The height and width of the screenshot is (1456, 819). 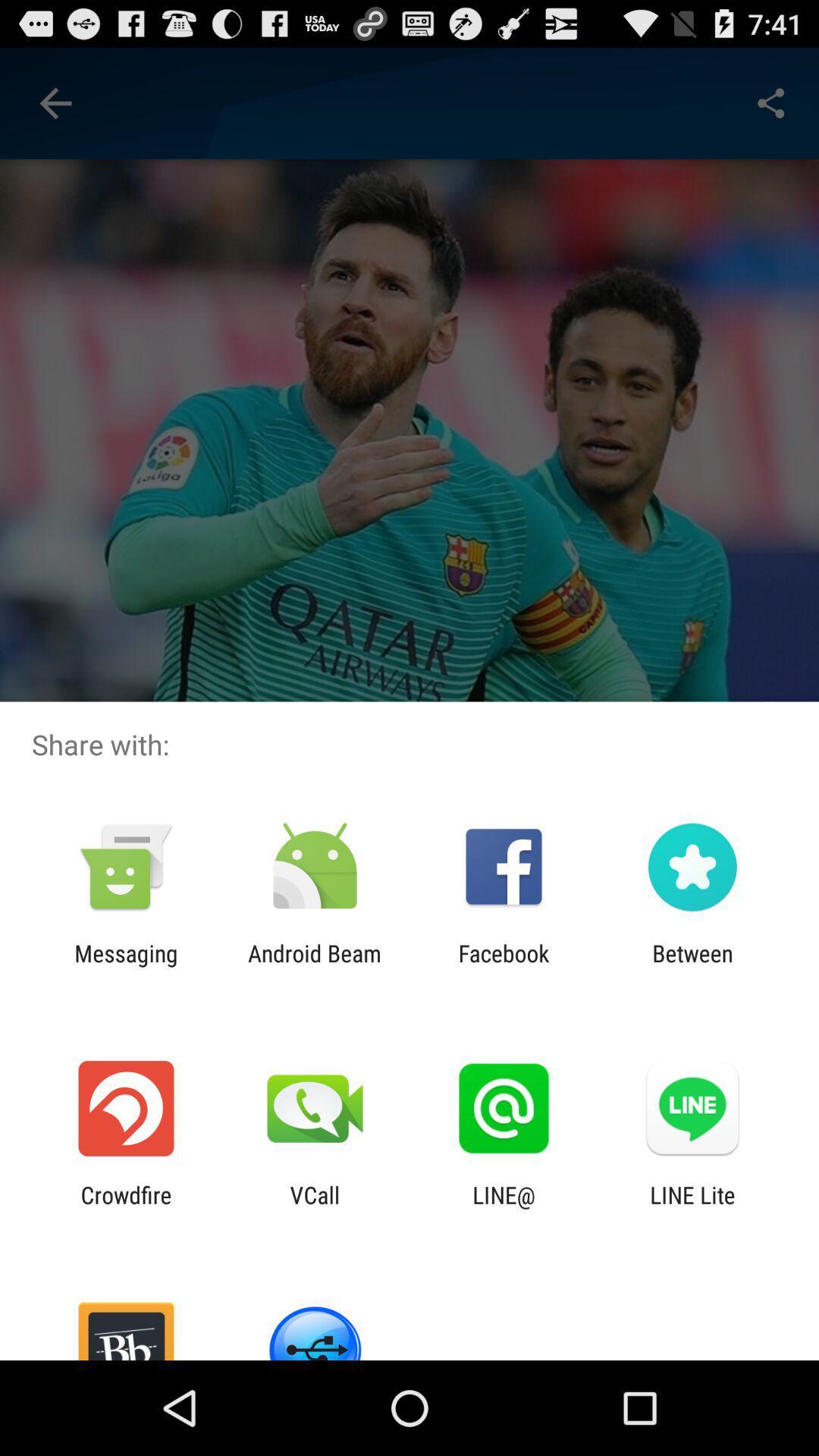 I want to click on the icon next to the messaging icon, so click(x=314, y=966).